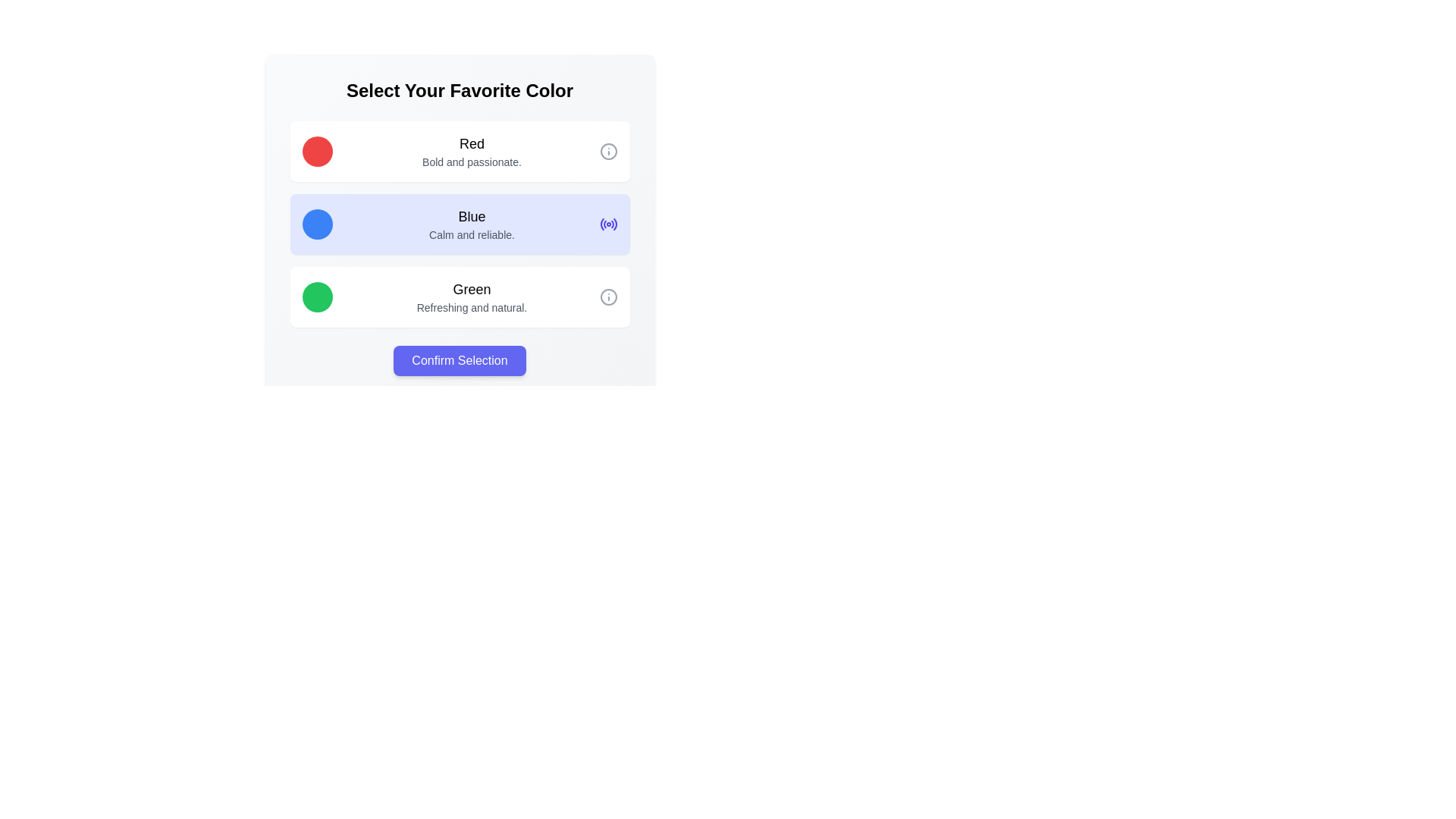  Describe the element at coordinates (608, 297) in the screenshot. I see `the informational icon located at the far-right side of the 'Green' option section, next to the text 'Refreshing and natural.'` at that location.